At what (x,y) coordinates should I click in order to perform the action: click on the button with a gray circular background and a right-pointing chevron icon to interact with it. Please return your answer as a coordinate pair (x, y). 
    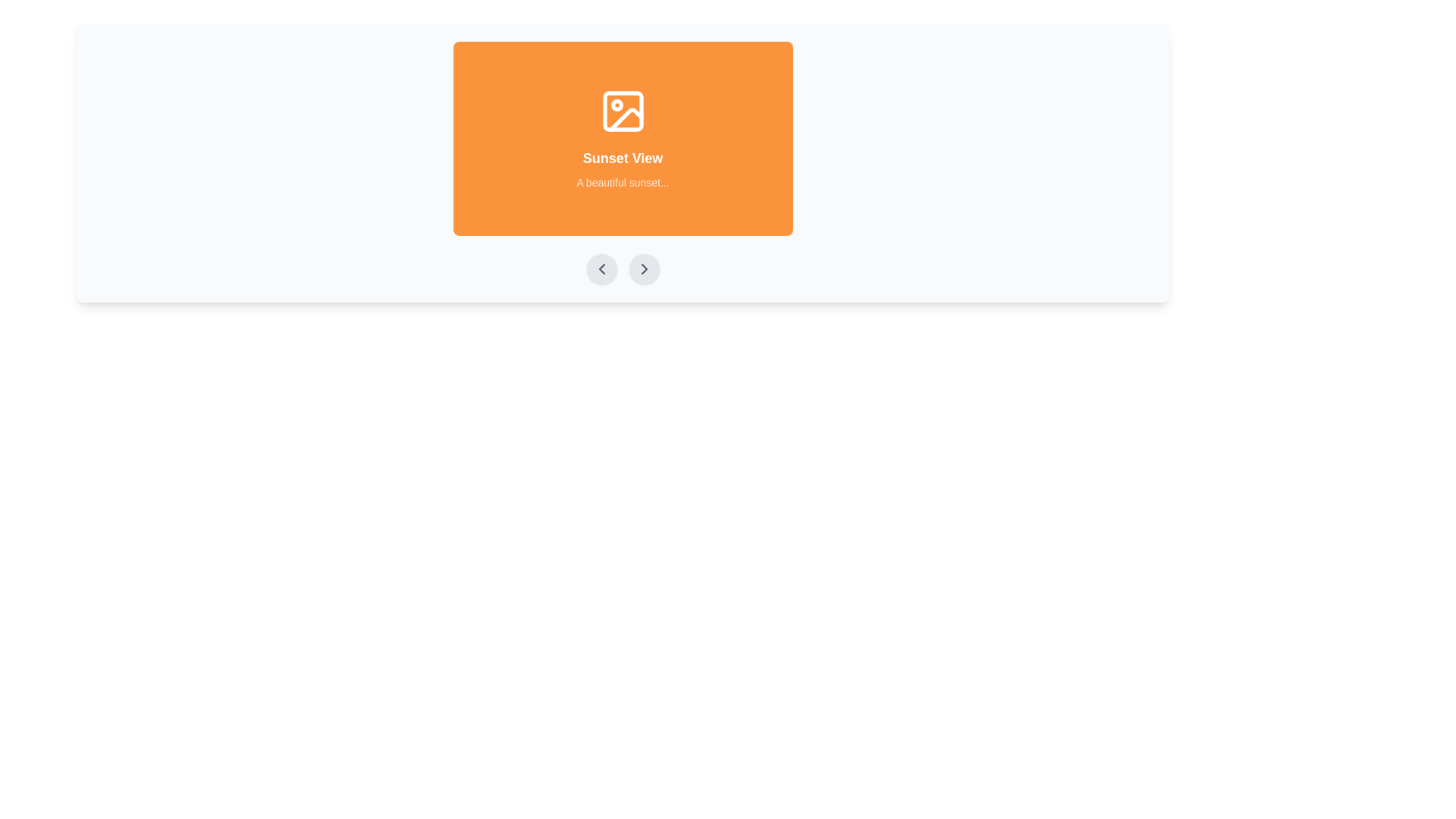
    Looking at the image, I should click on (644, 268).